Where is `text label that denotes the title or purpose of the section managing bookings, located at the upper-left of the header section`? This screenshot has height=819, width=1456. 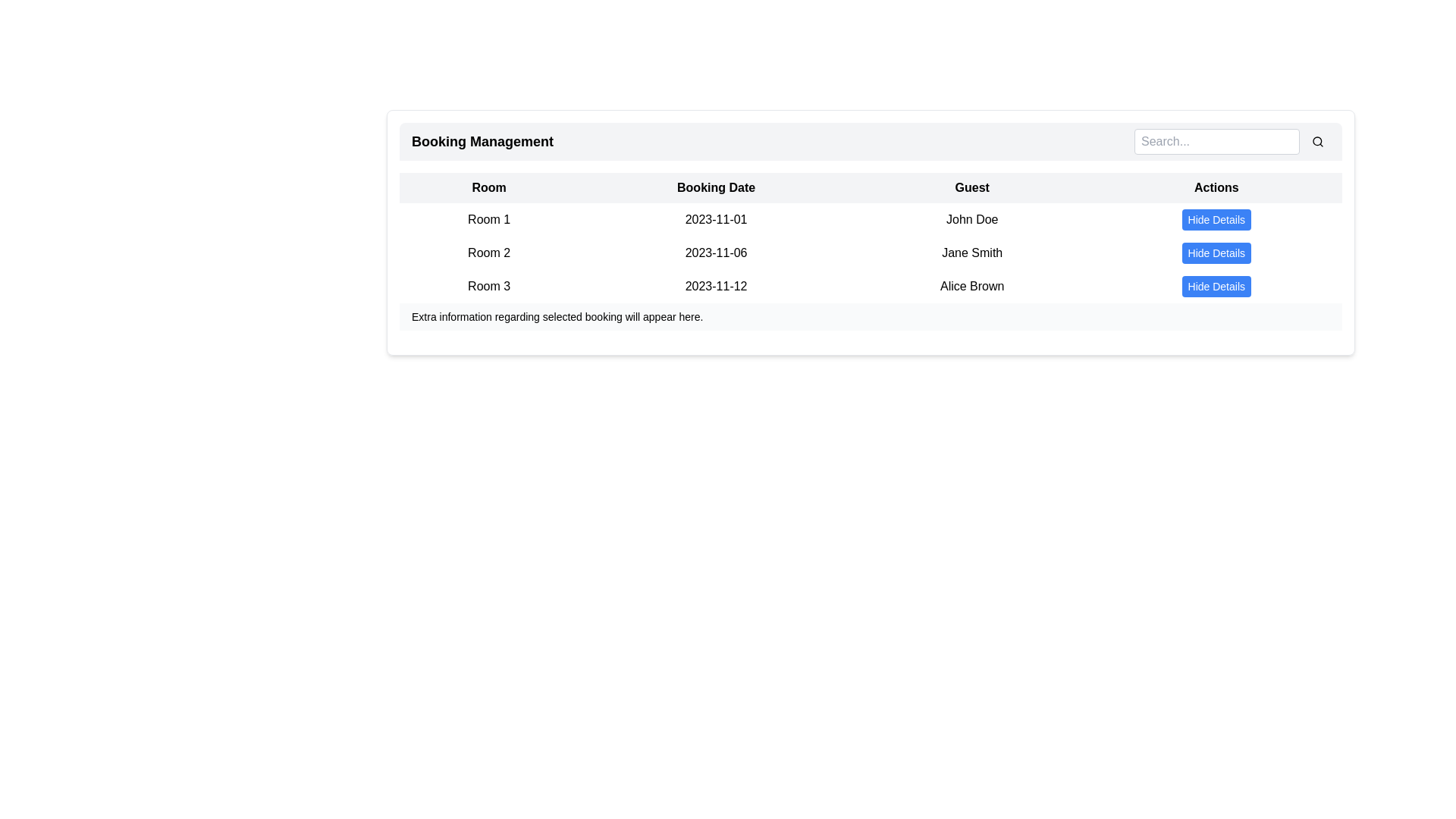
text label that denotes the title or purpose of the section managing bookings, located at the upper-left of the header section is located at coordinates (482, 141).